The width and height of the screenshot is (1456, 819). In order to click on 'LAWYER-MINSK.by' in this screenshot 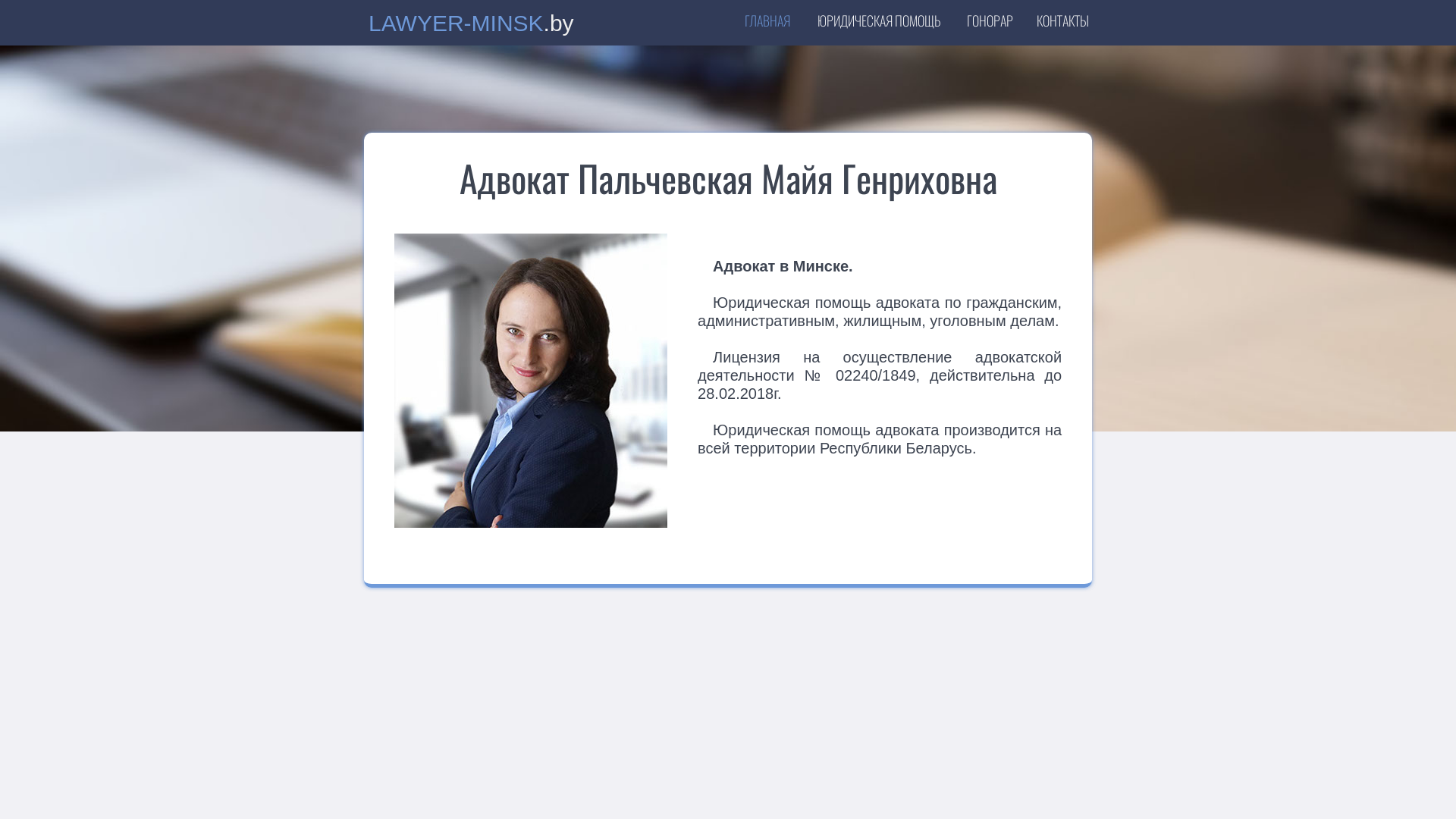, I will do `click(368, 26)`.